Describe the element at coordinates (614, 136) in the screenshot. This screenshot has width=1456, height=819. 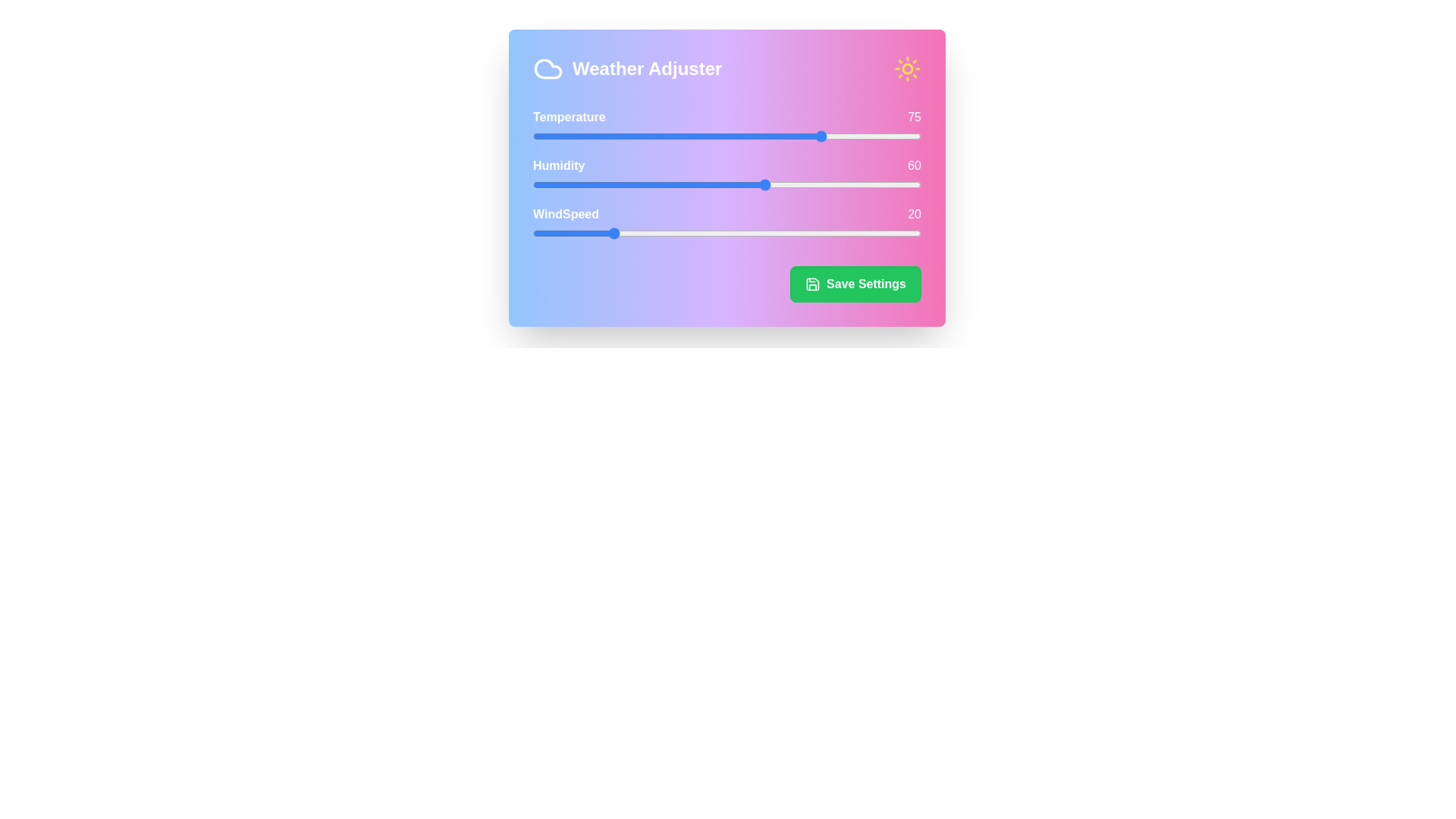
I see `the temperature slider` at that location.